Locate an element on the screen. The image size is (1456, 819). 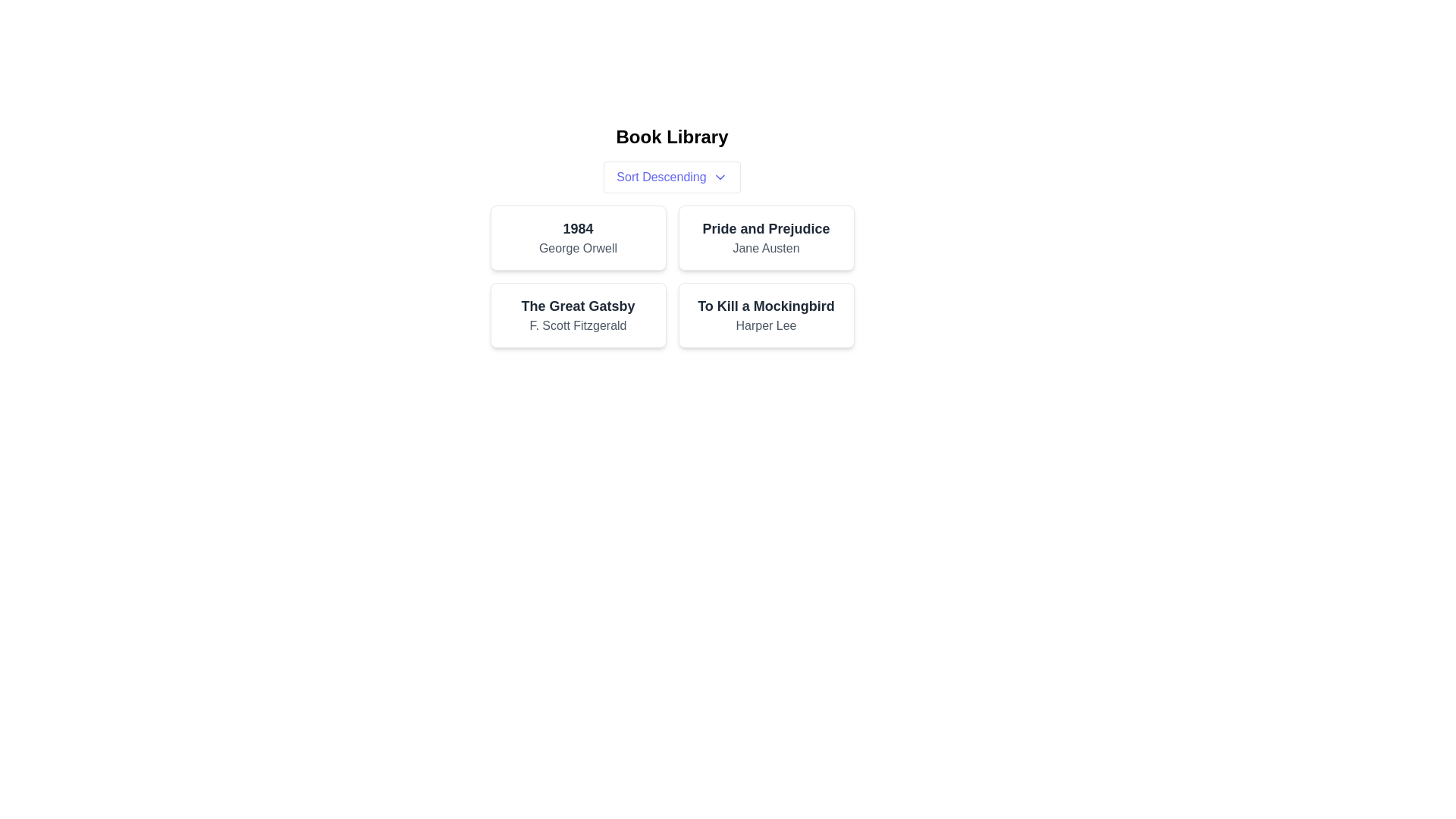
the static text label displaying the author's name for the book 'Pride and Prejudice', located at the bottom center of the card layout in the second column of the library interface is located at coordinates (766, 247).